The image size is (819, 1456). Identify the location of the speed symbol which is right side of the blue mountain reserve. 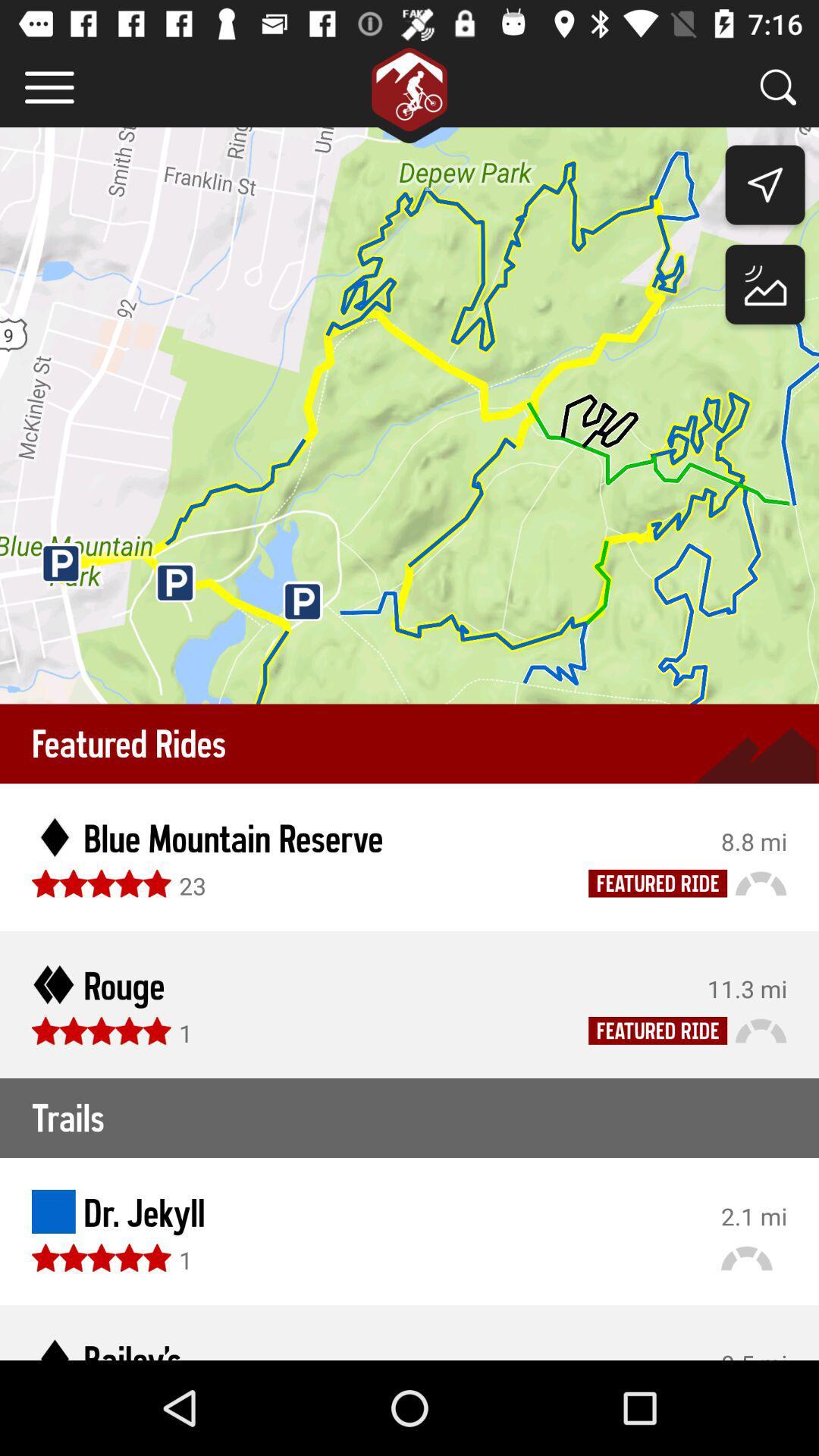
(761, 882).